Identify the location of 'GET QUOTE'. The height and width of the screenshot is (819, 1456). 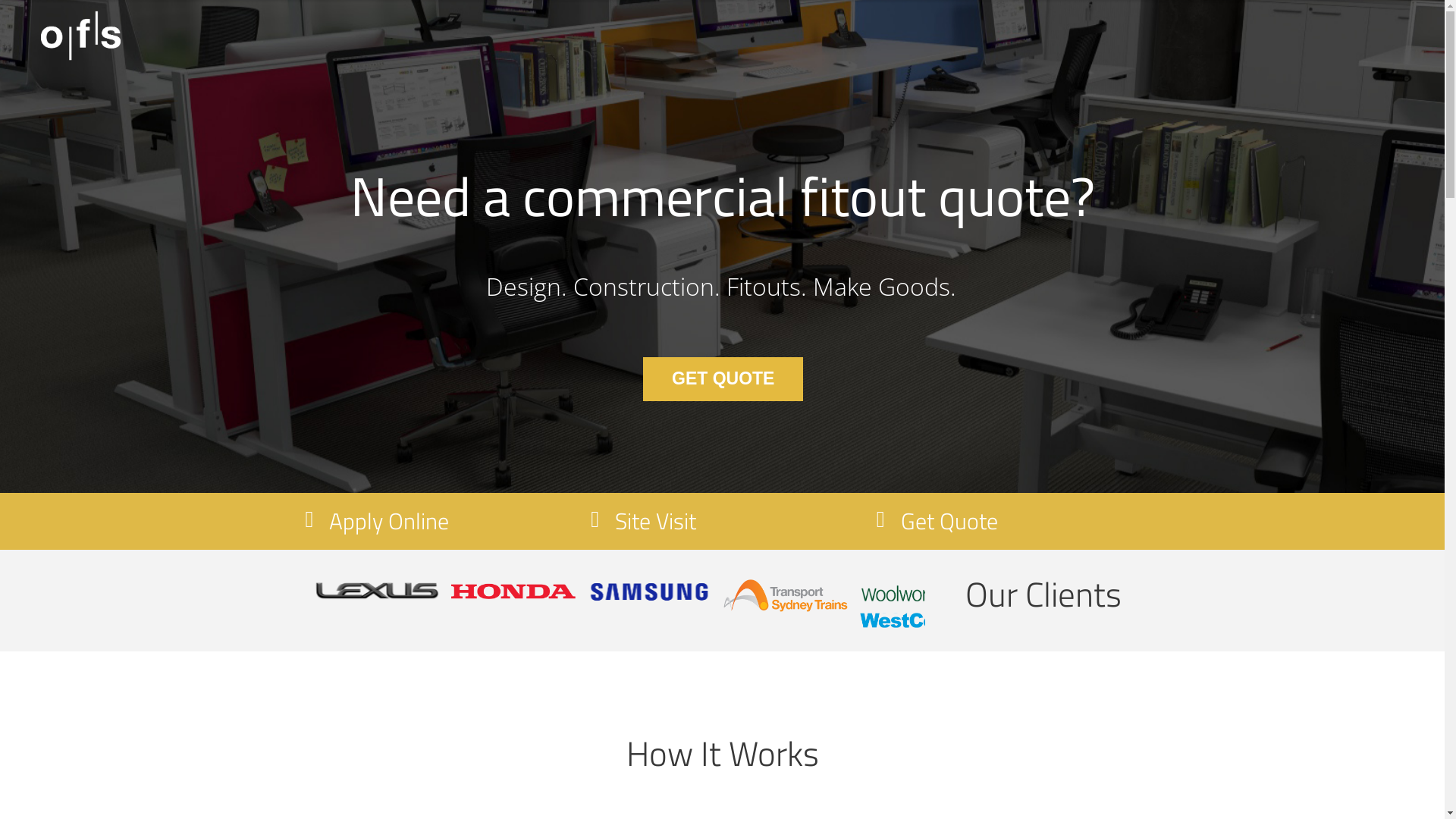
(722, 378).